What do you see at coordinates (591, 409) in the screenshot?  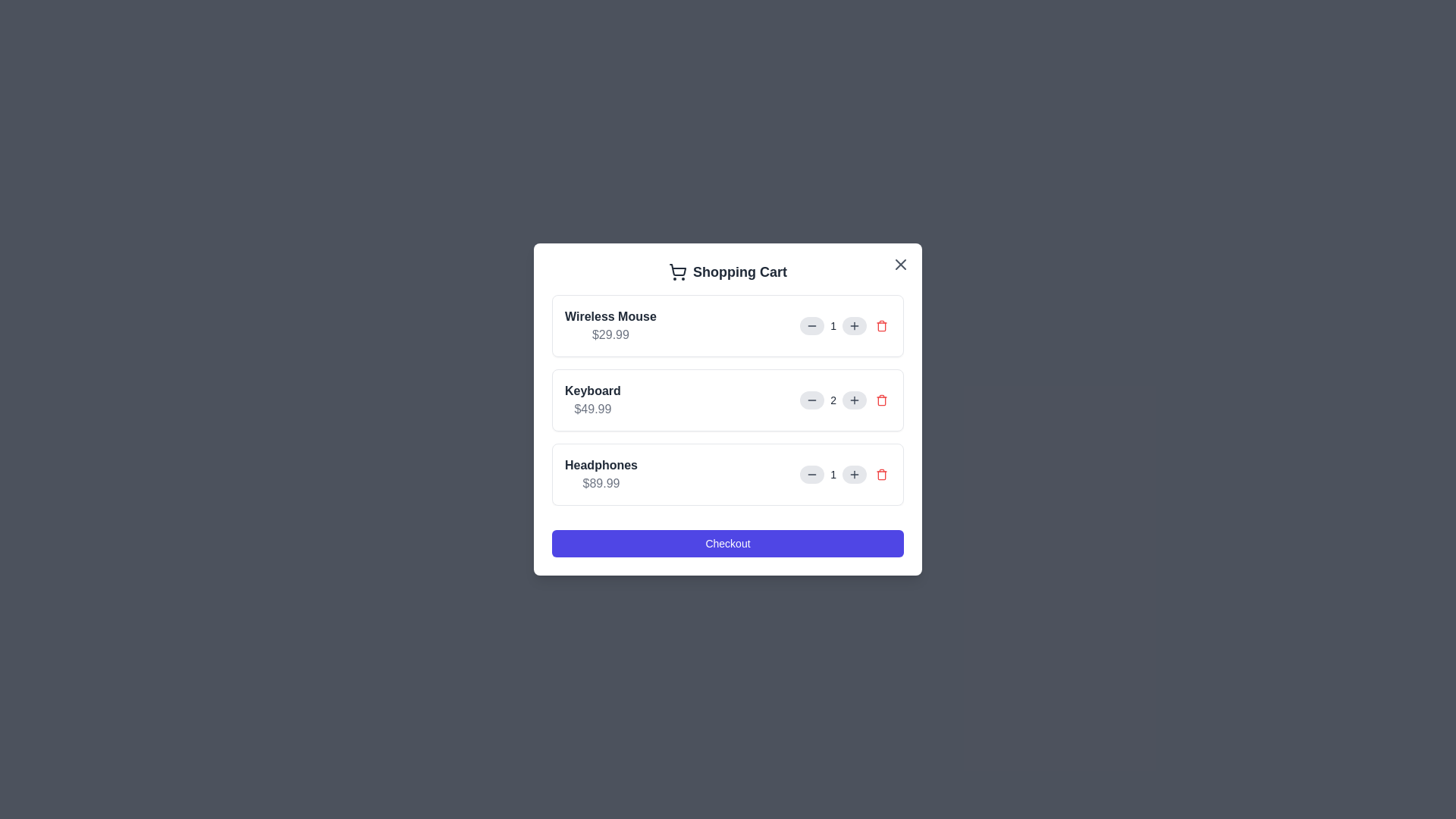 I see `the price label displaying '$49.99' which is located below the 'Keyboard' label in the shopping cart interface` at bounding box center [591, 409].